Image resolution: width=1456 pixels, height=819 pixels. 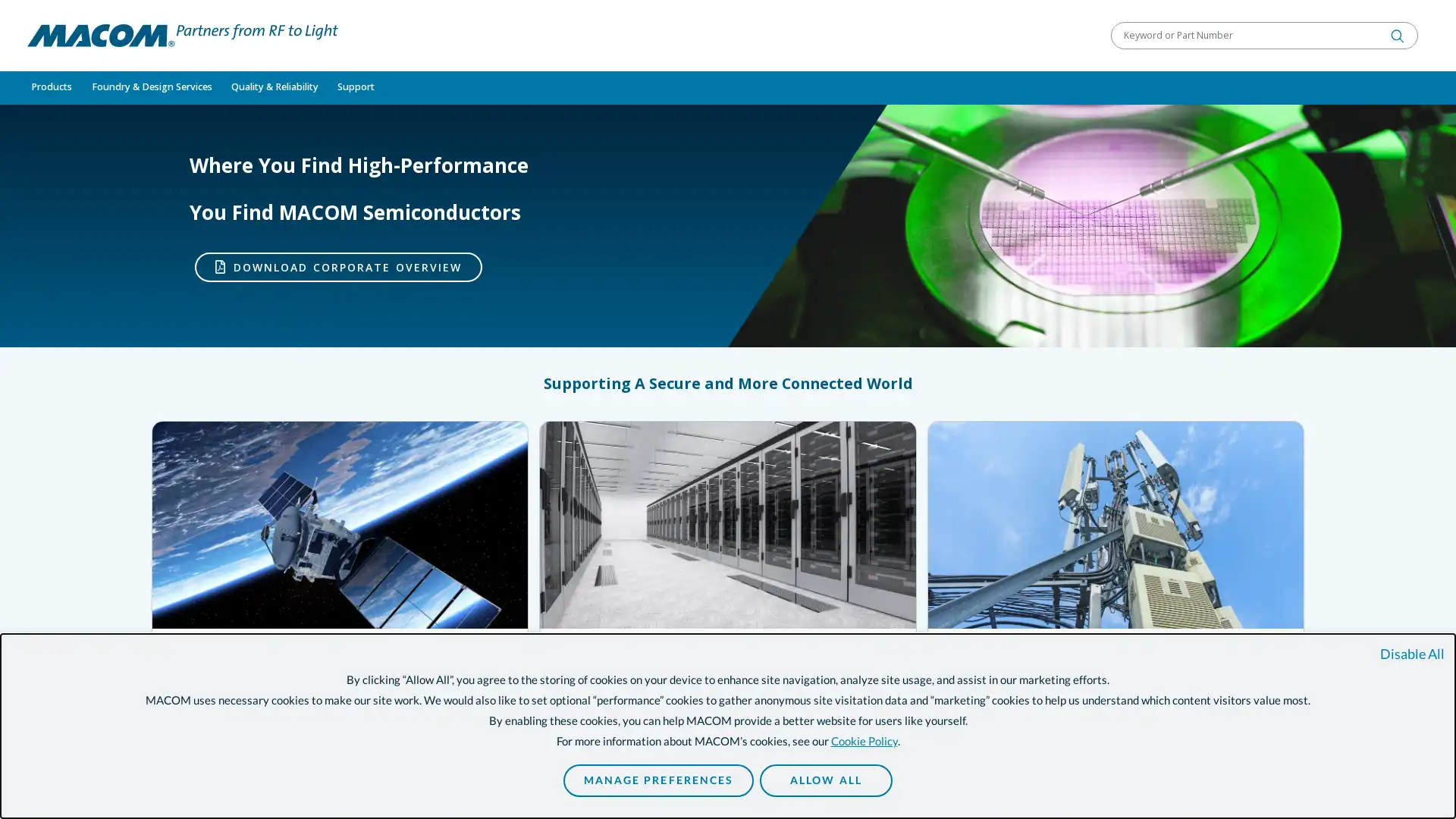 I want to click on ALLOW ALL, so click(x=824, y=780).